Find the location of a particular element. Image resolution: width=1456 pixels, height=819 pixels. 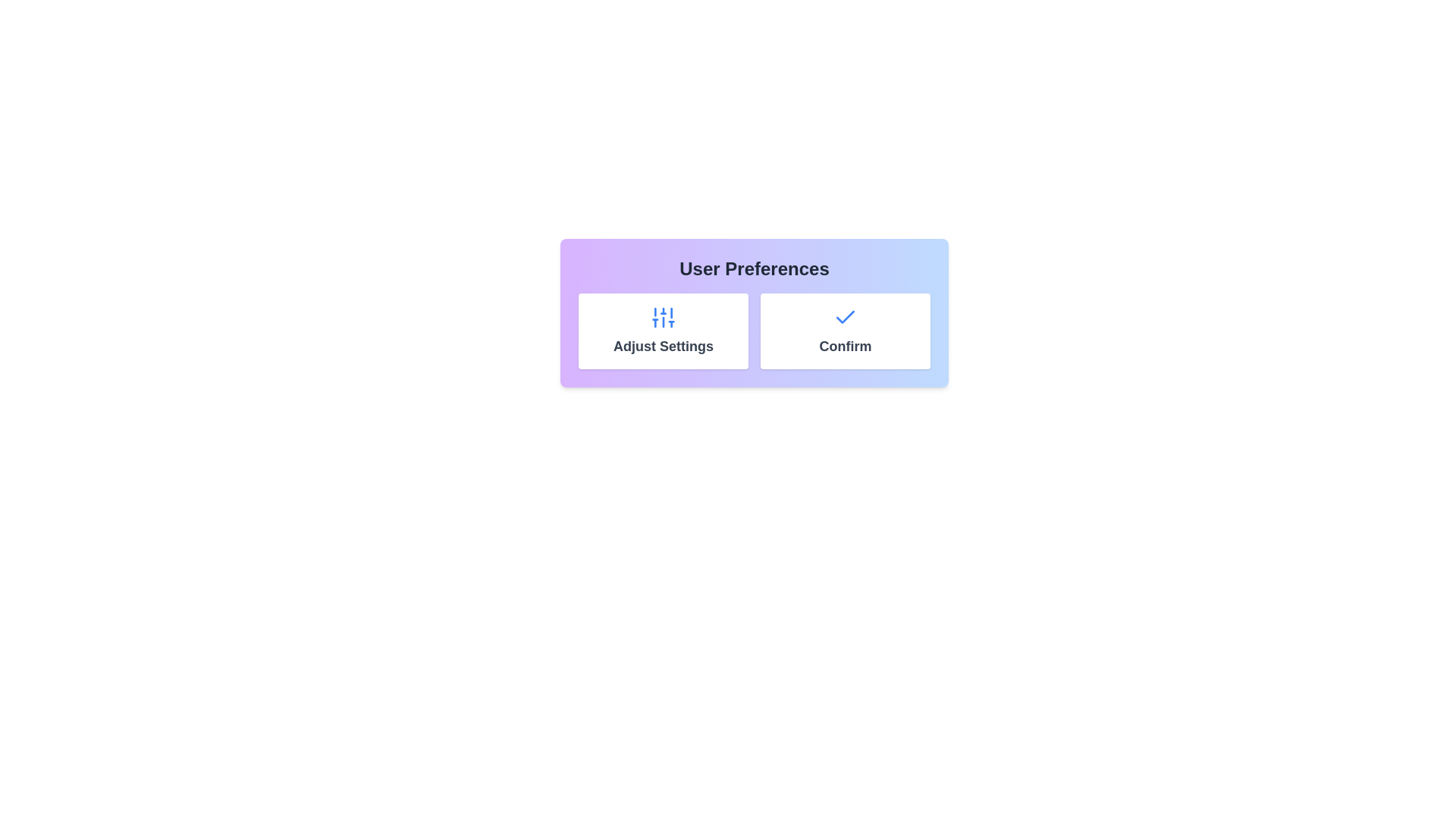

the user settings modification button located in the left column of a two-column grid layout to trigger visual changes is located at coordinates (663, 330).